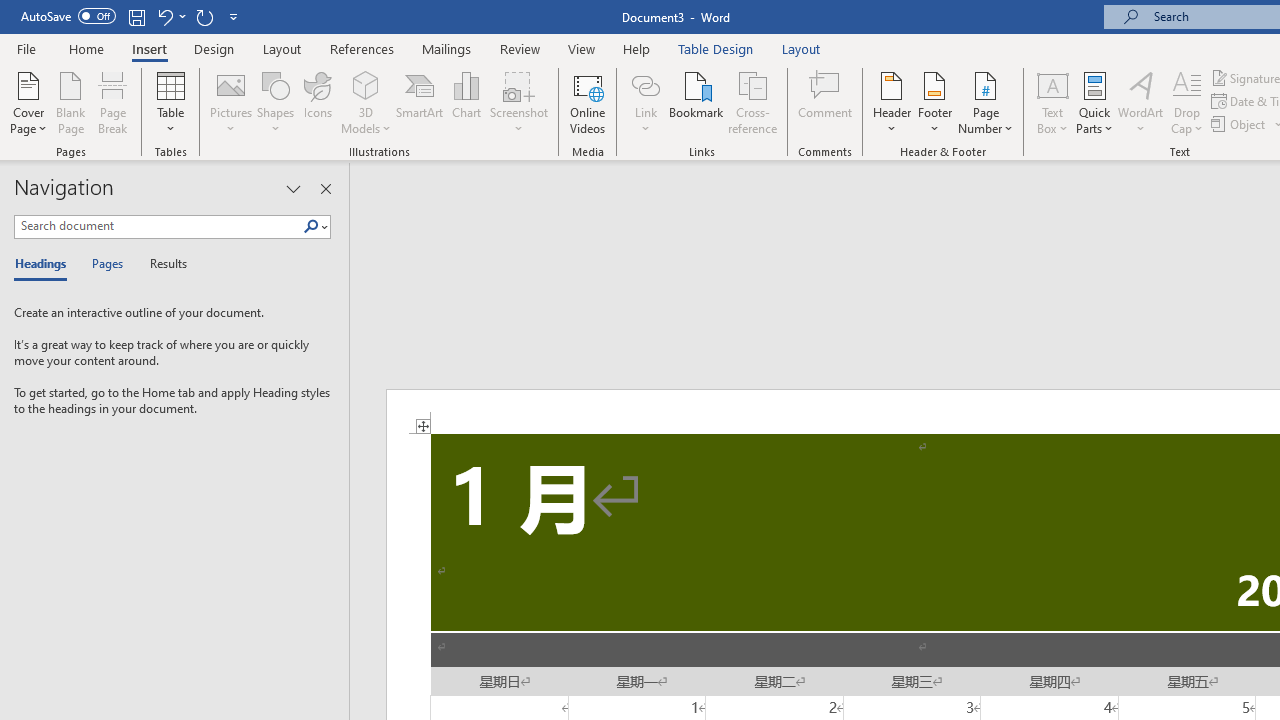 The image size is (1280, 720). I want to click on 'Home', so click(85, 48).